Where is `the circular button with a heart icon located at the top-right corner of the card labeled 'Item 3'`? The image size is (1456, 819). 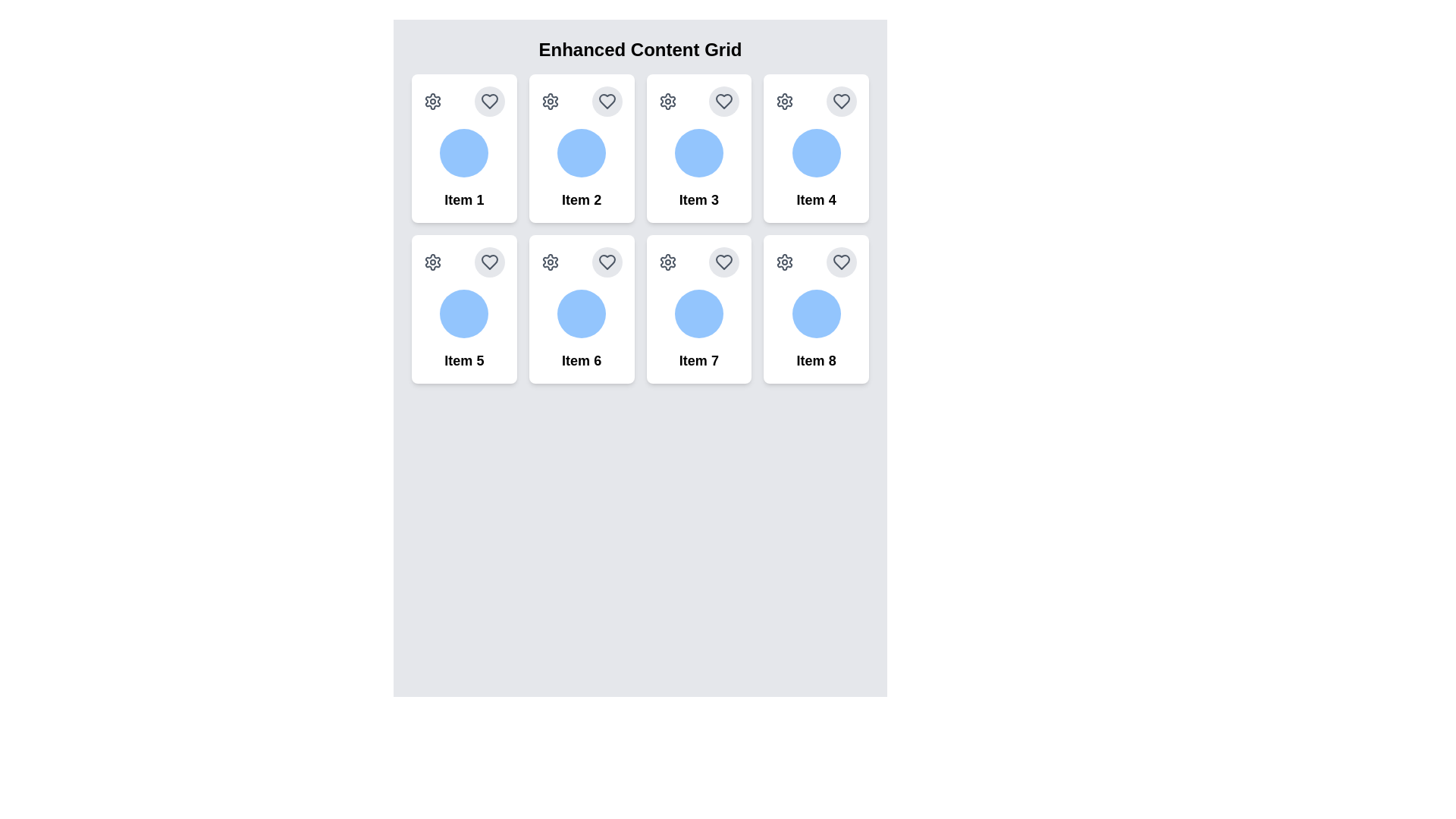 the circular button with a heart icon located at the top-right corner of the card labeled 'Item 3' is located at coordinates (723, 102).